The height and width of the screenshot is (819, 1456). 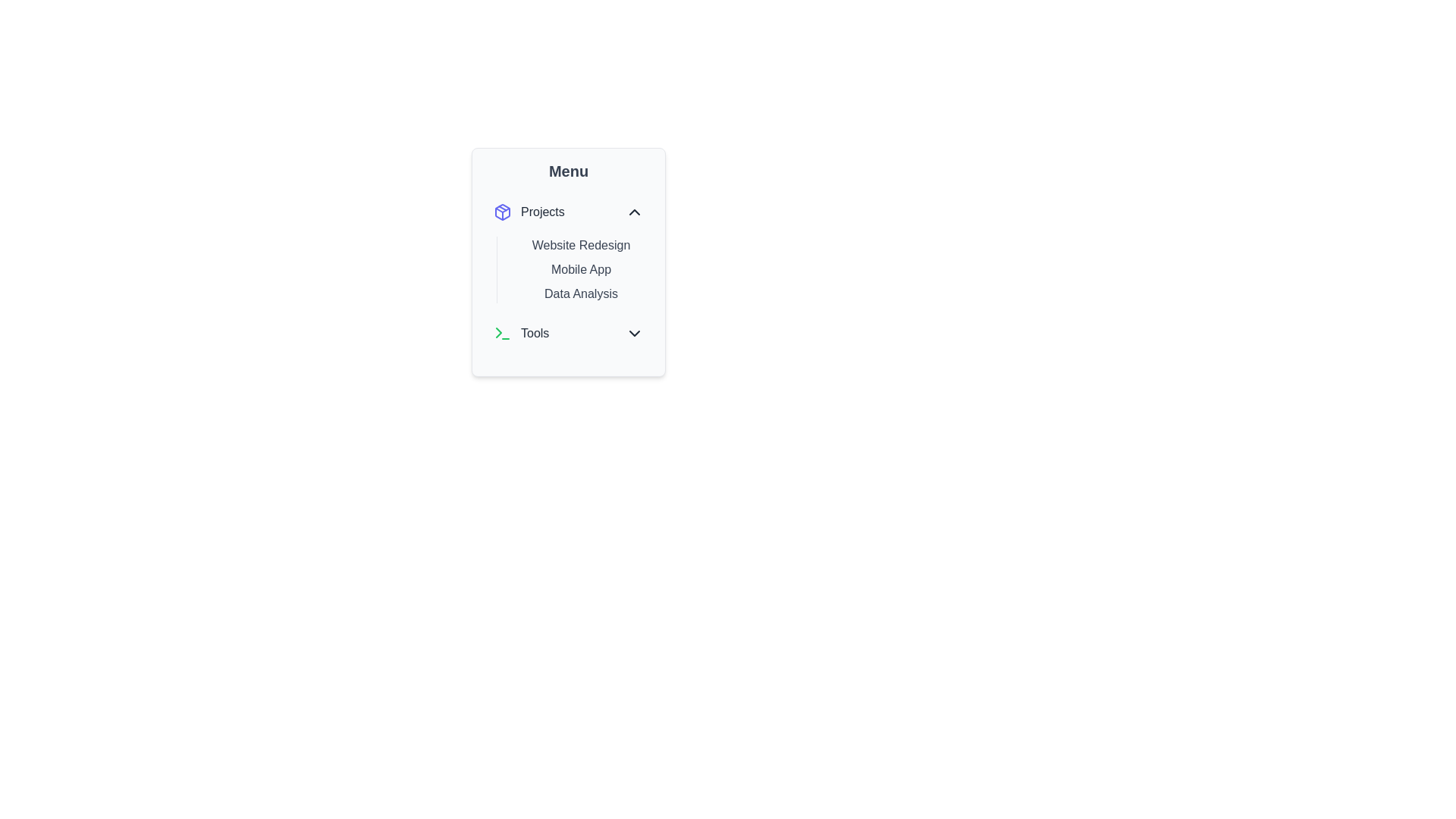 I want to click on the downward-pointing chevron icon with a thin, black outline located to the right of the 'Tools' text in the menu section at the bottom of the list, so click(x=634, y=332).